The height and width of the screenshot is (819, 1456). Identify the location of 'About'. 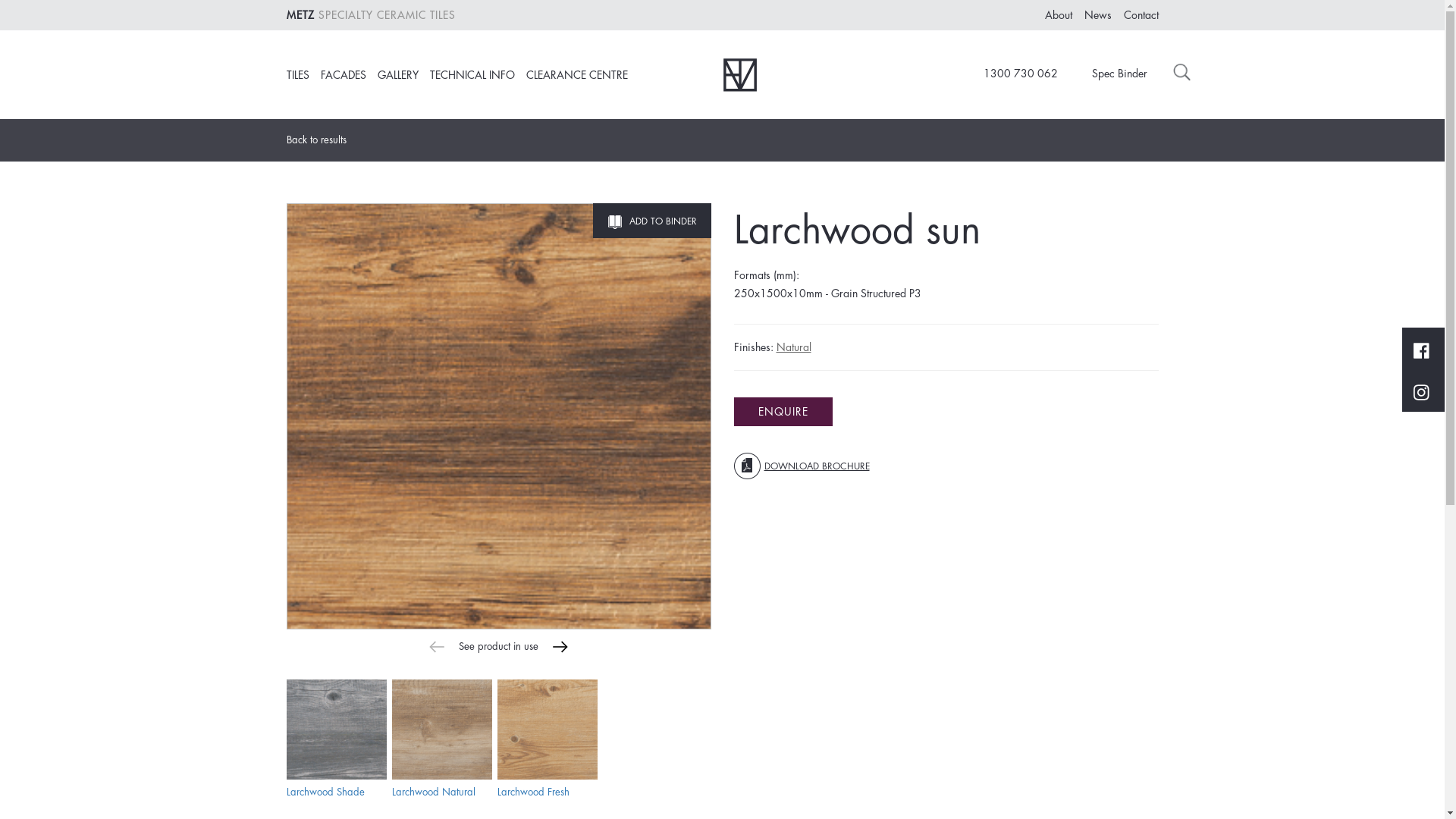
(1058, 14).